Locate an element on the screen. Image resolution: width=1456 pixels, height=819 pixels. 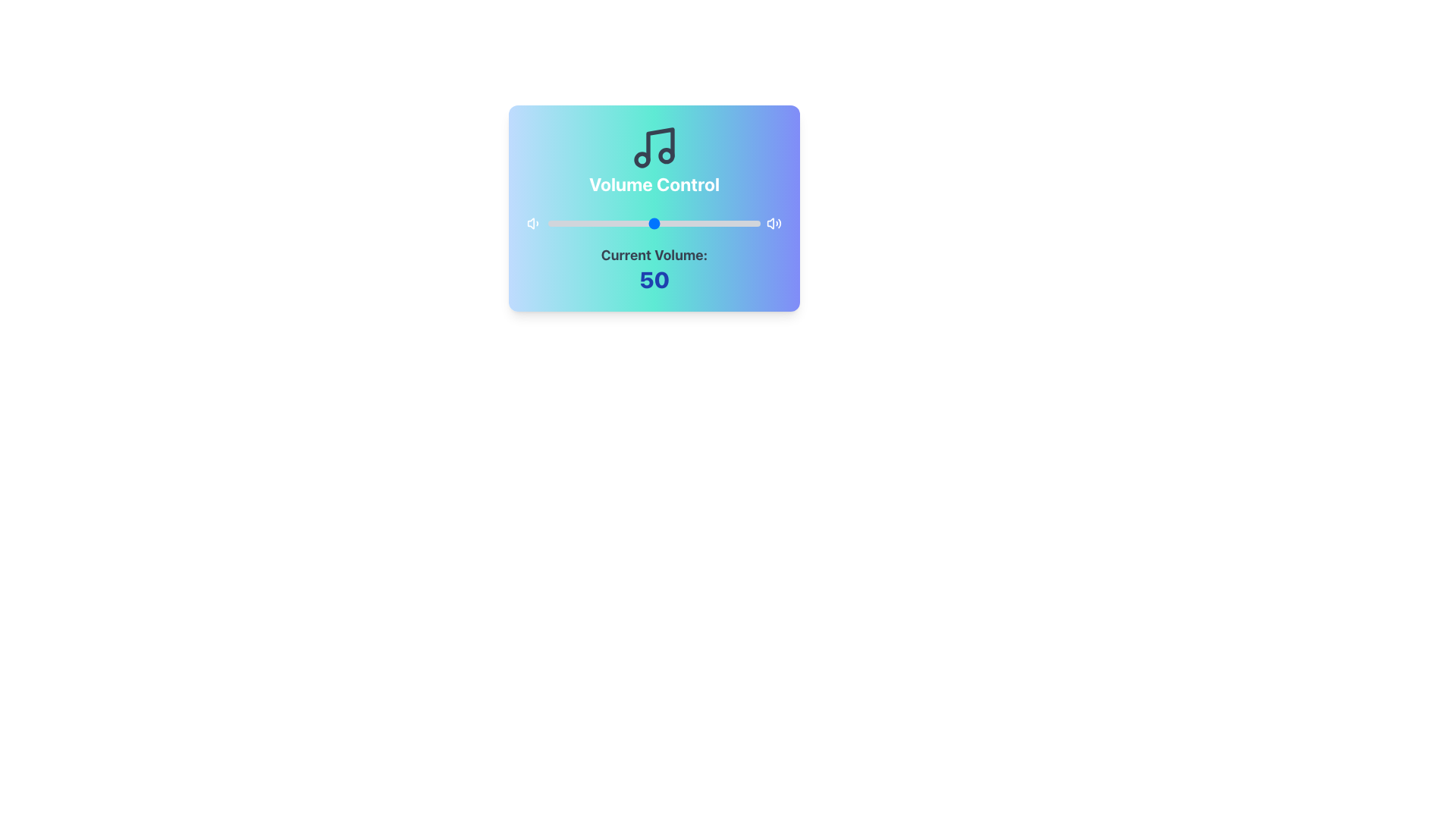
the small circle within the SVG graphic representing a musical note, located at the top-right of the note design, as part of the 'Volume Control' card is located at coordinates (666, 155).